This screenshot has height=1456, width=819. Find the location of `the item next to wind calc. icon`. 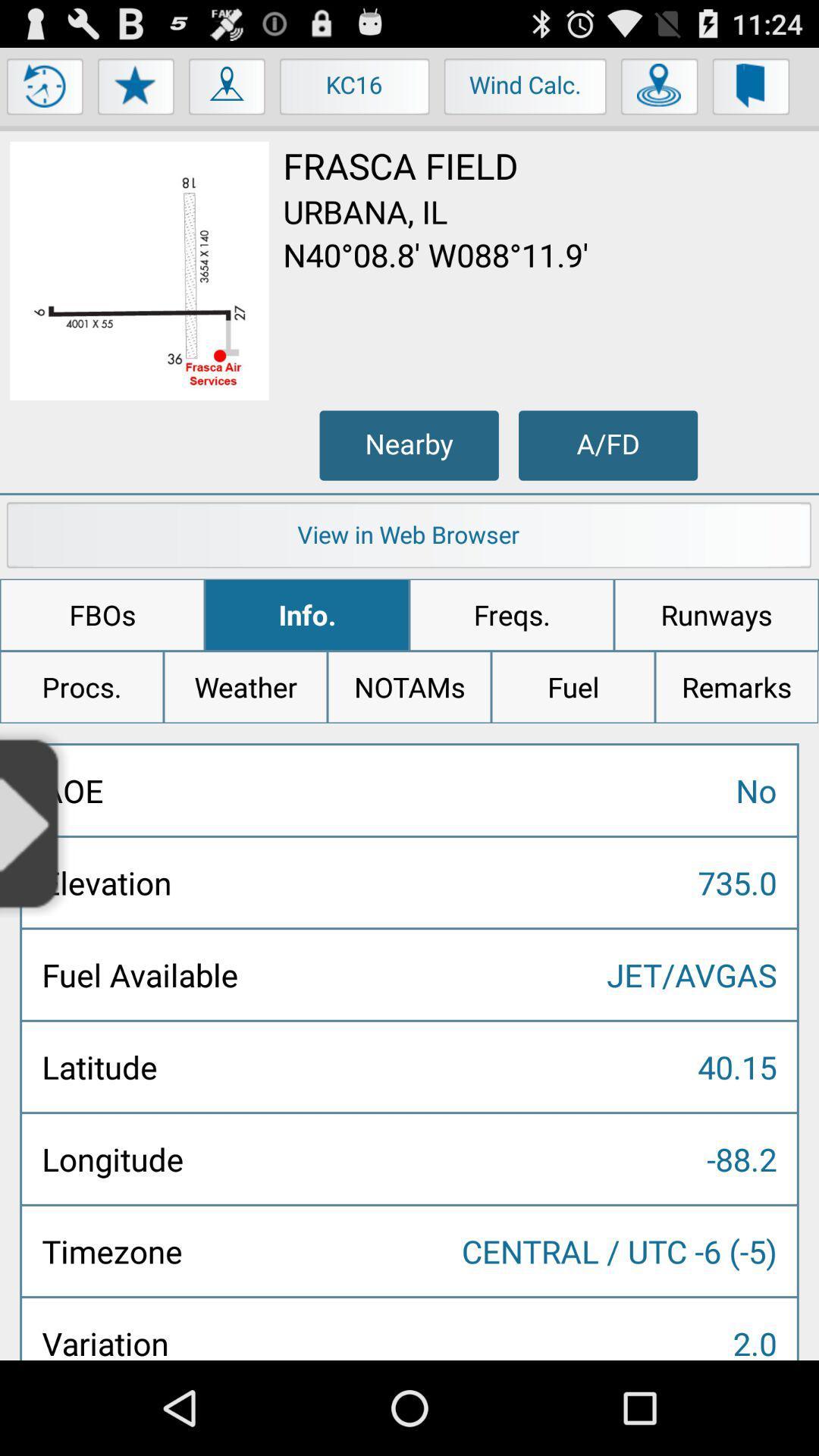

the item next to wind calc. icon is located at coordinates (659, 89).